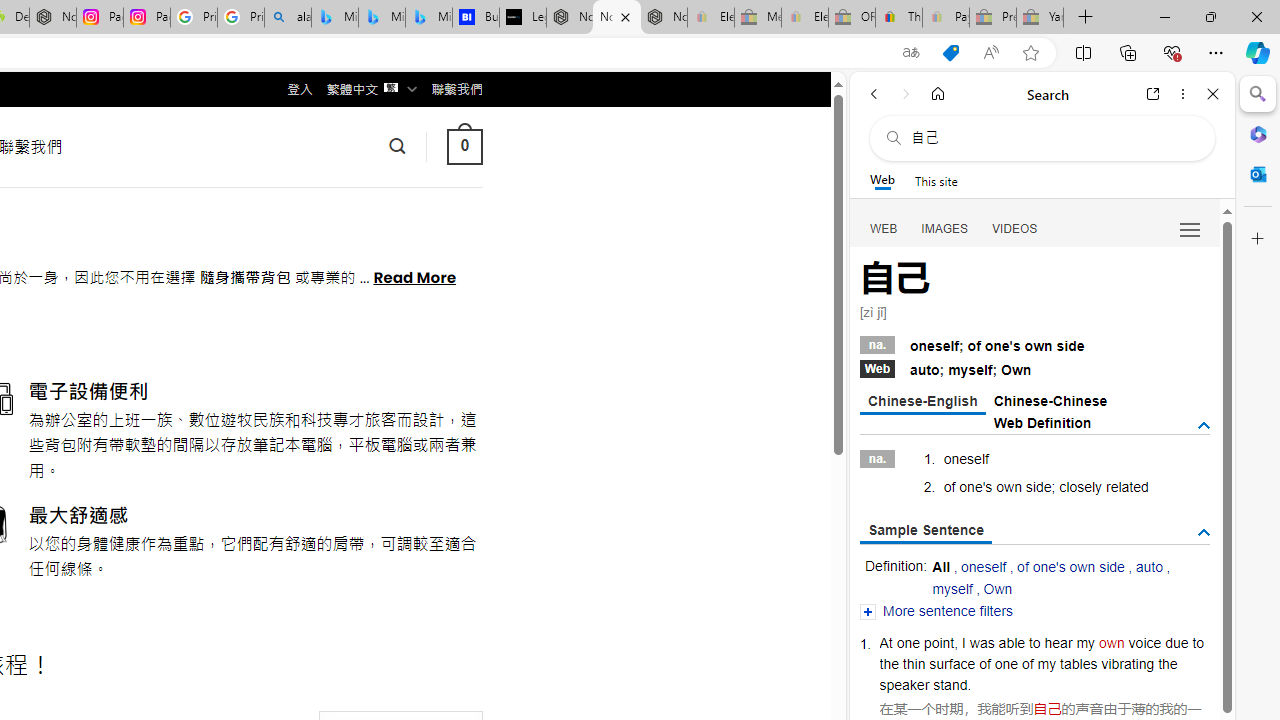 Image resolution: width=1280 pixels, height=720 pixels. Describe the element at coordinates (944, 17) in the screenshot. I see `'Payments Terms of Use | eBay.com - Sleeping'` at that location.